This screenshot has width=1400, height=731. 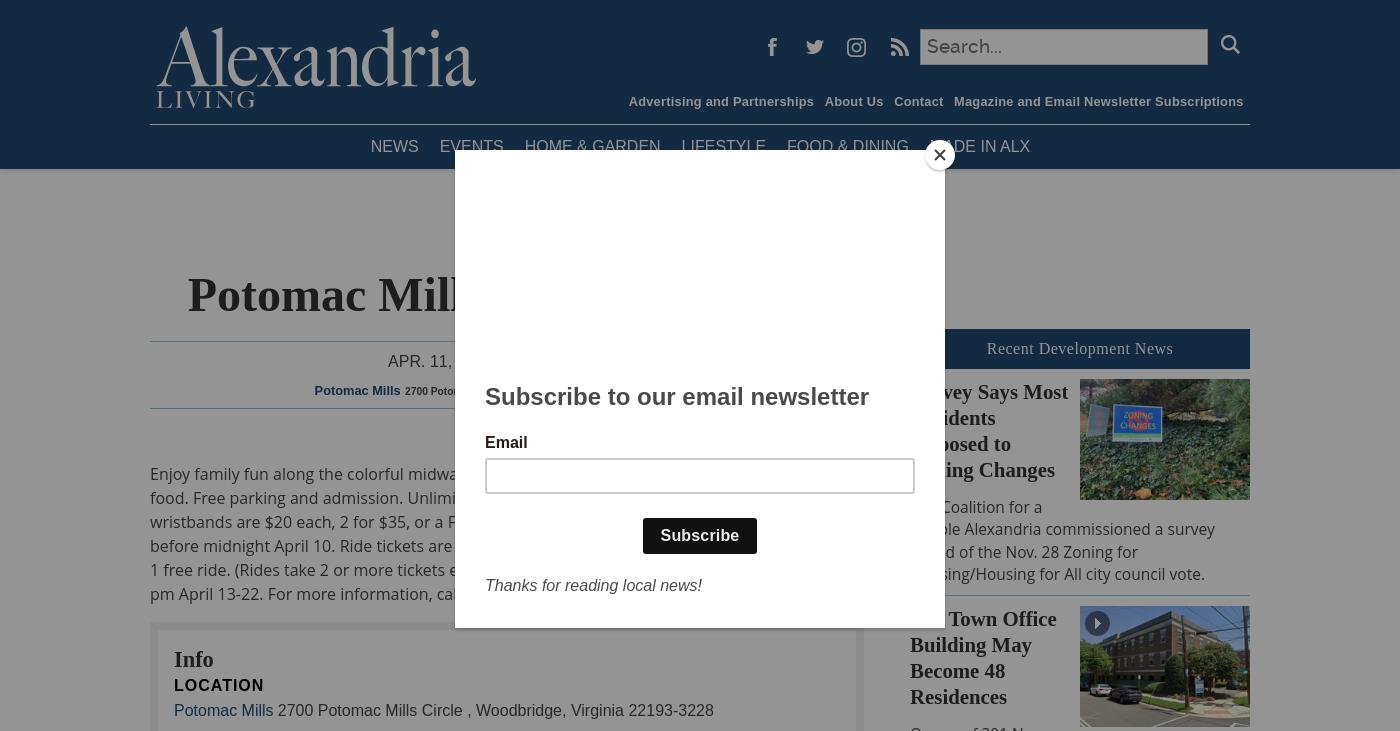 I want to click on 'Apr. 22, 2019', so click(x=573, y=360).